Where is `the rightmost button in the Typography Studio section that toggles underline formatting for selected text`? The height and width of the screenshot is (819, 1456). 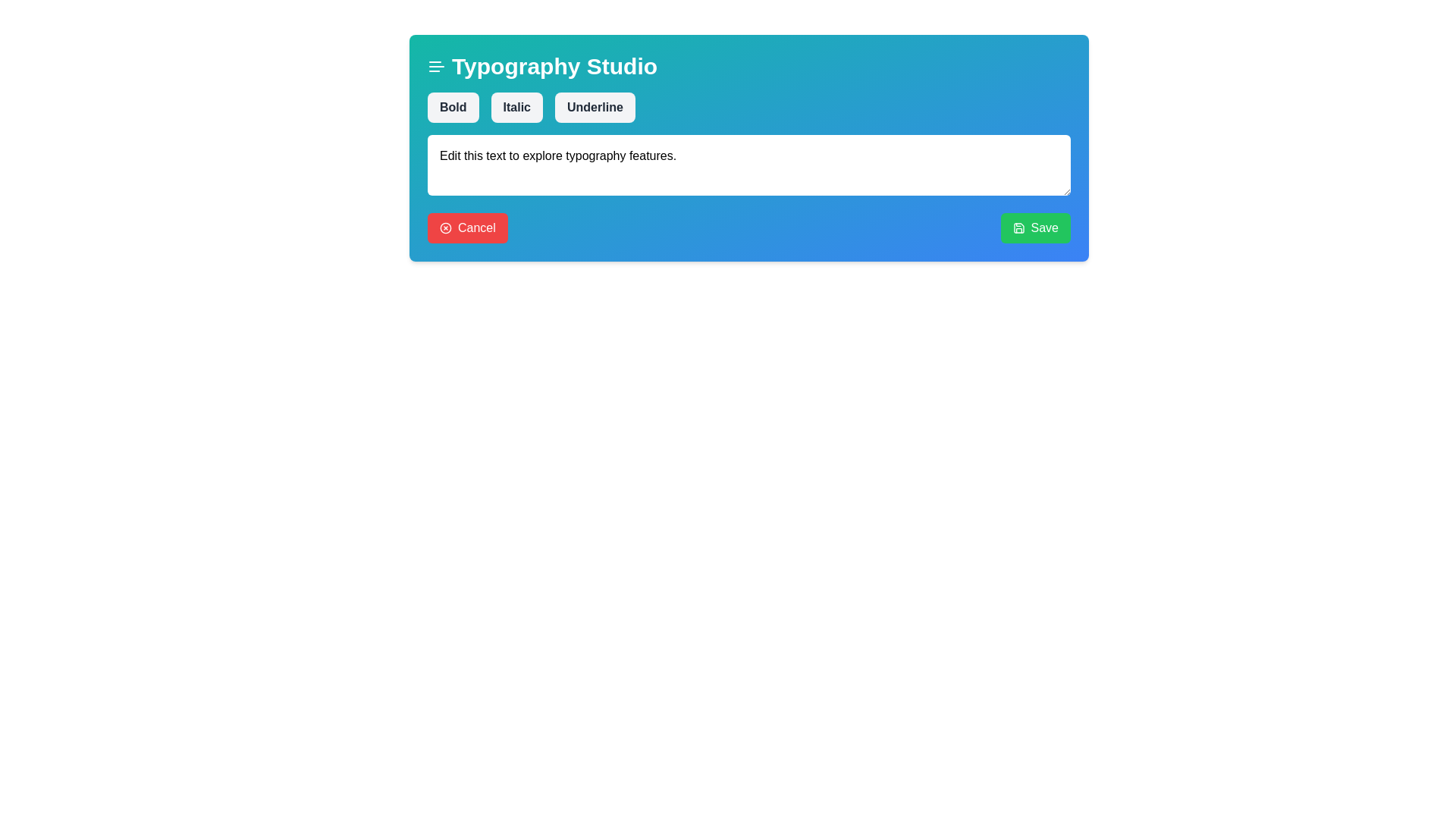 the rightmost button in the Typography Studio section that toggles underline formatting for selected text is located at coordinates (594, 107).